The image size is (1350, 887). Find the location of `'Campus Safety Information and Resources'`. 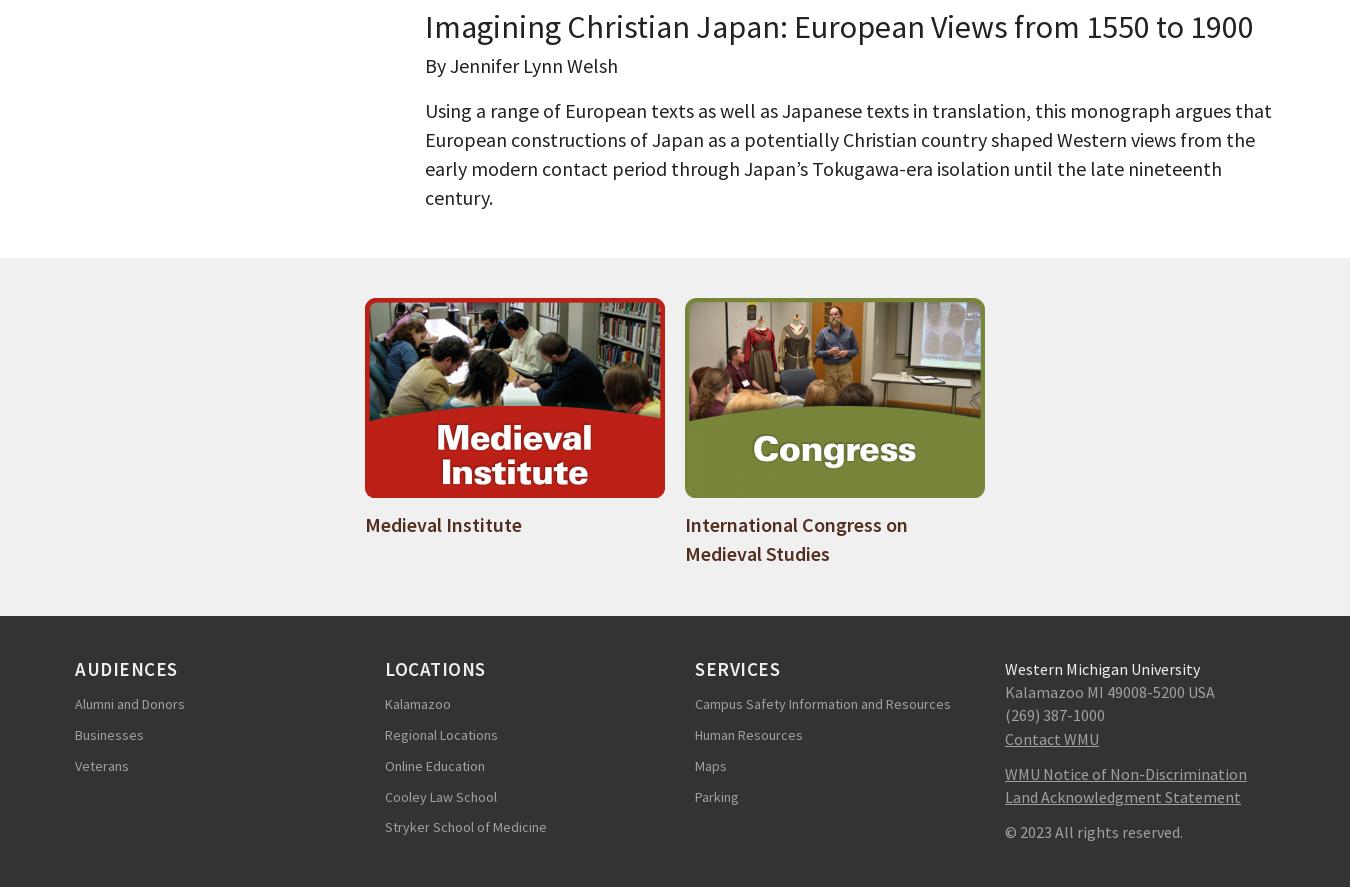

'Campus Safety Information and Resources' is located at coordinates (822, 704).